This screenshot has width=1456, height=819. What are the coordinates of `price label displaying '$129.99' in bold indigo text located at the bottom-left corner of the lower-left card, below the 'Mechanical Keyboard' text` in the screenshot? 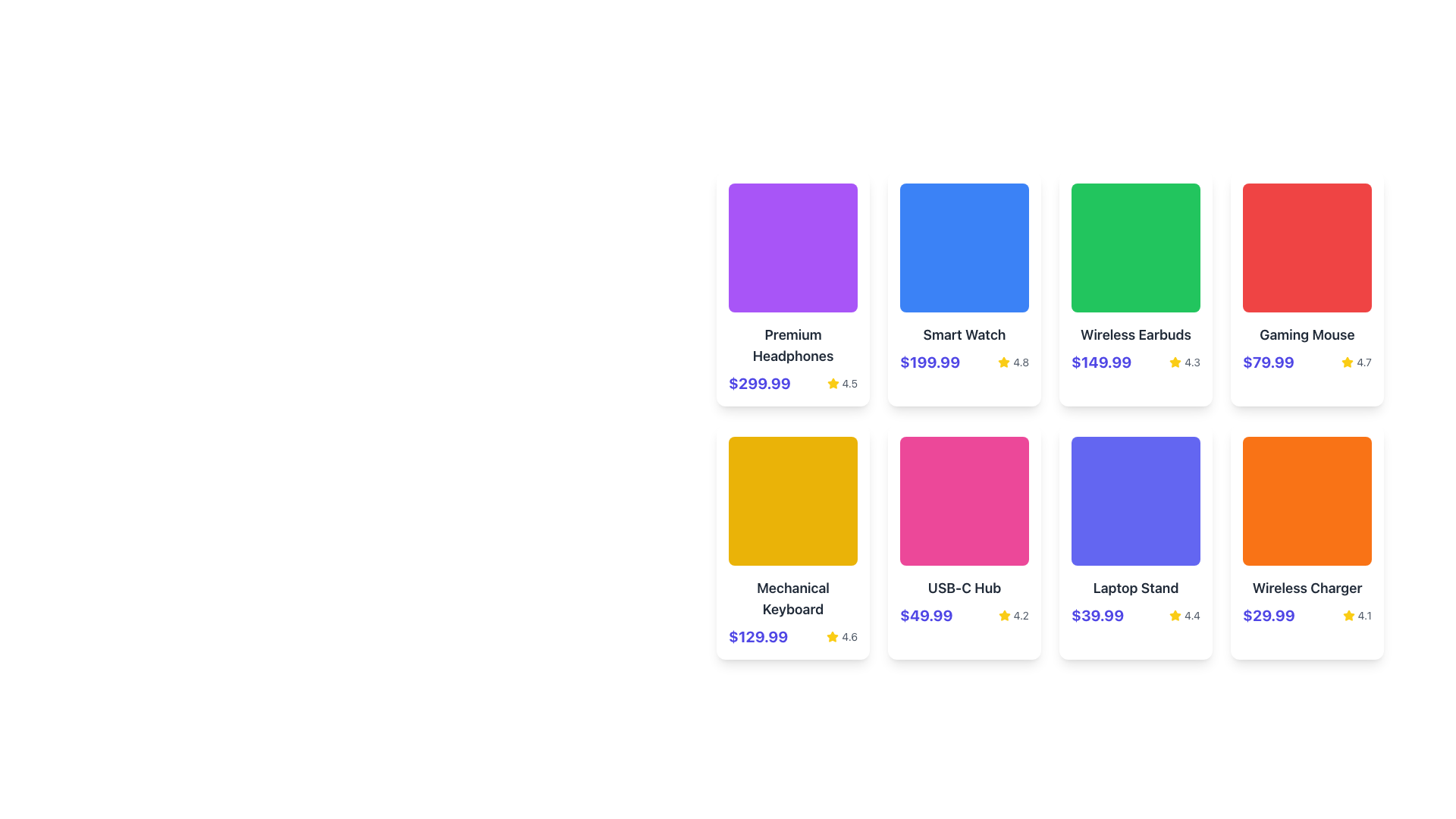 It's located at (758, 637).